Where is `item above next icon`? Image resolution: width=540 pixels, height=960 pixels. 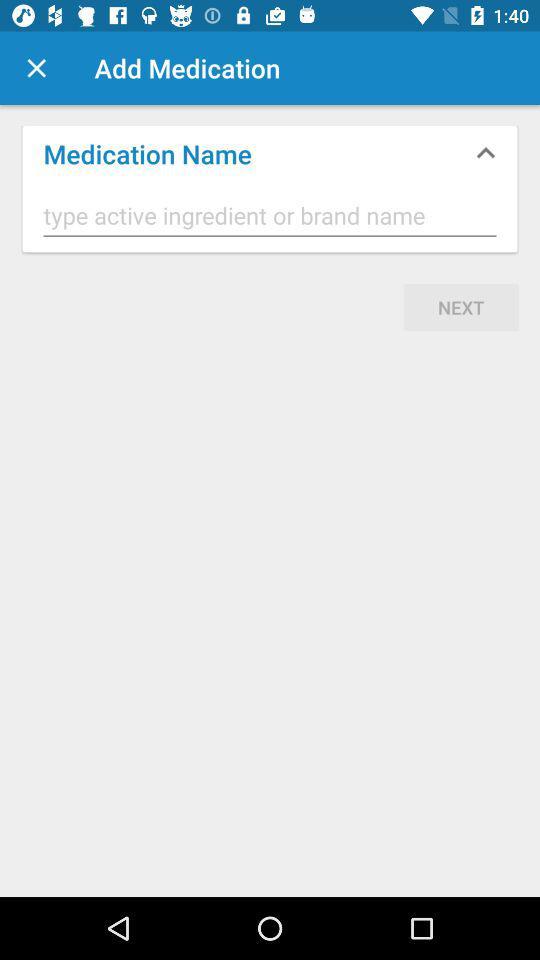
item above next icon is located at coordinates (270, 216).